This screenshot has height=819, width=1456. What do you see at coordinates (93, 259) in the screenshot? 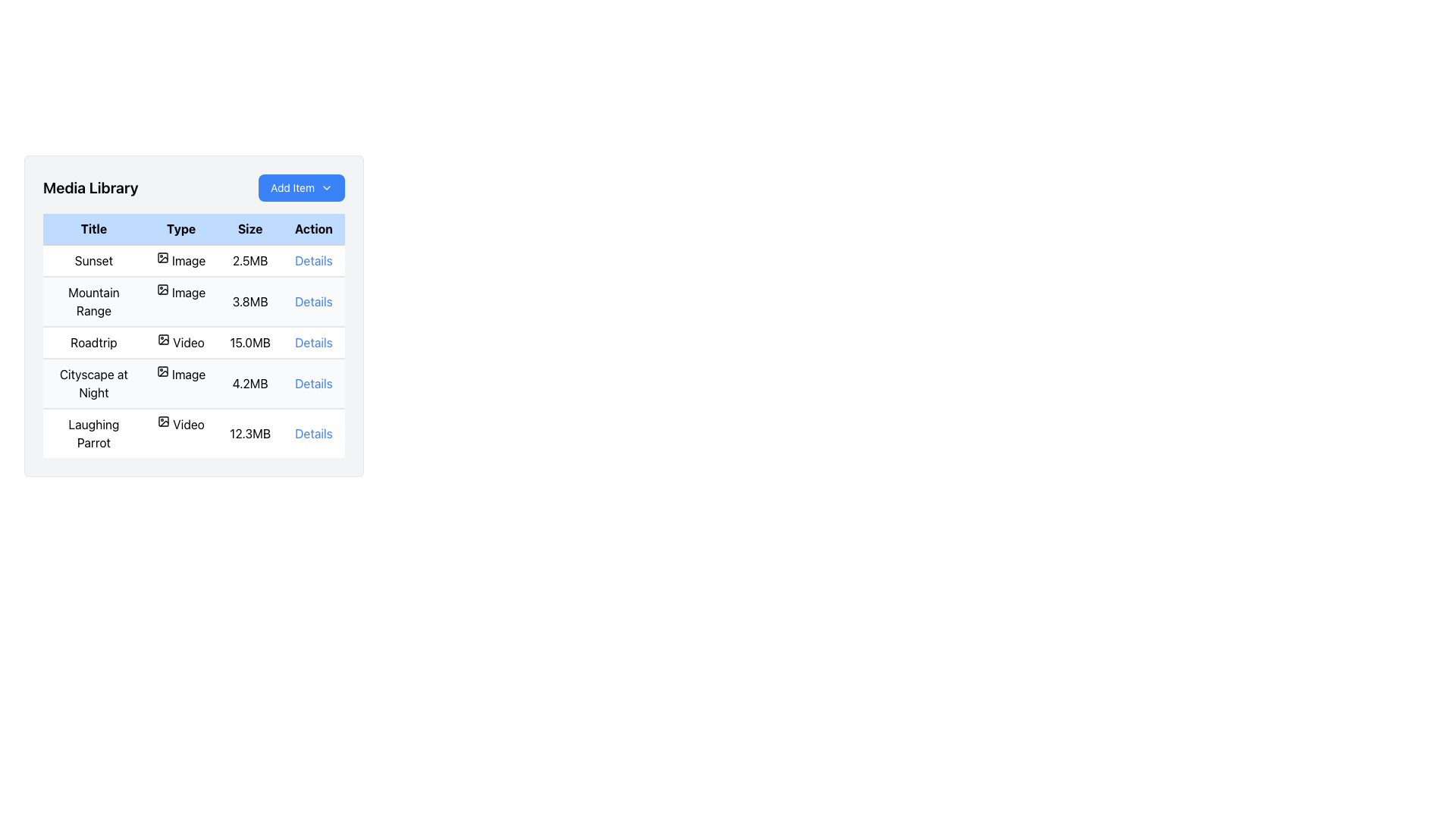
I see `the text label displaying 'Sunset' located in the first cell of the first row under the 'Title' column in a table layout` at bounding box center [93, 259].